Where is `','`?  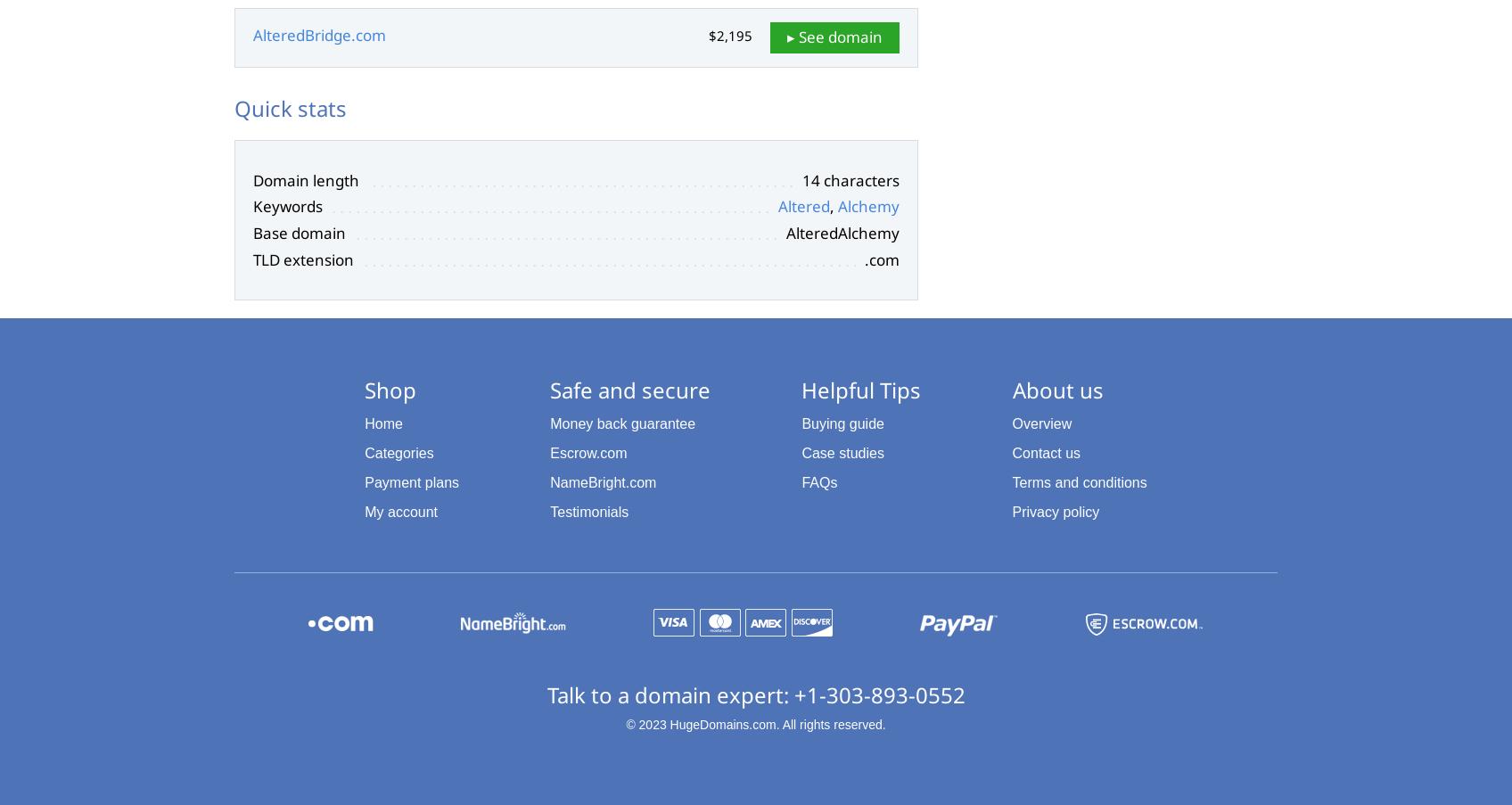
',' is located at coordinates (833, 206).